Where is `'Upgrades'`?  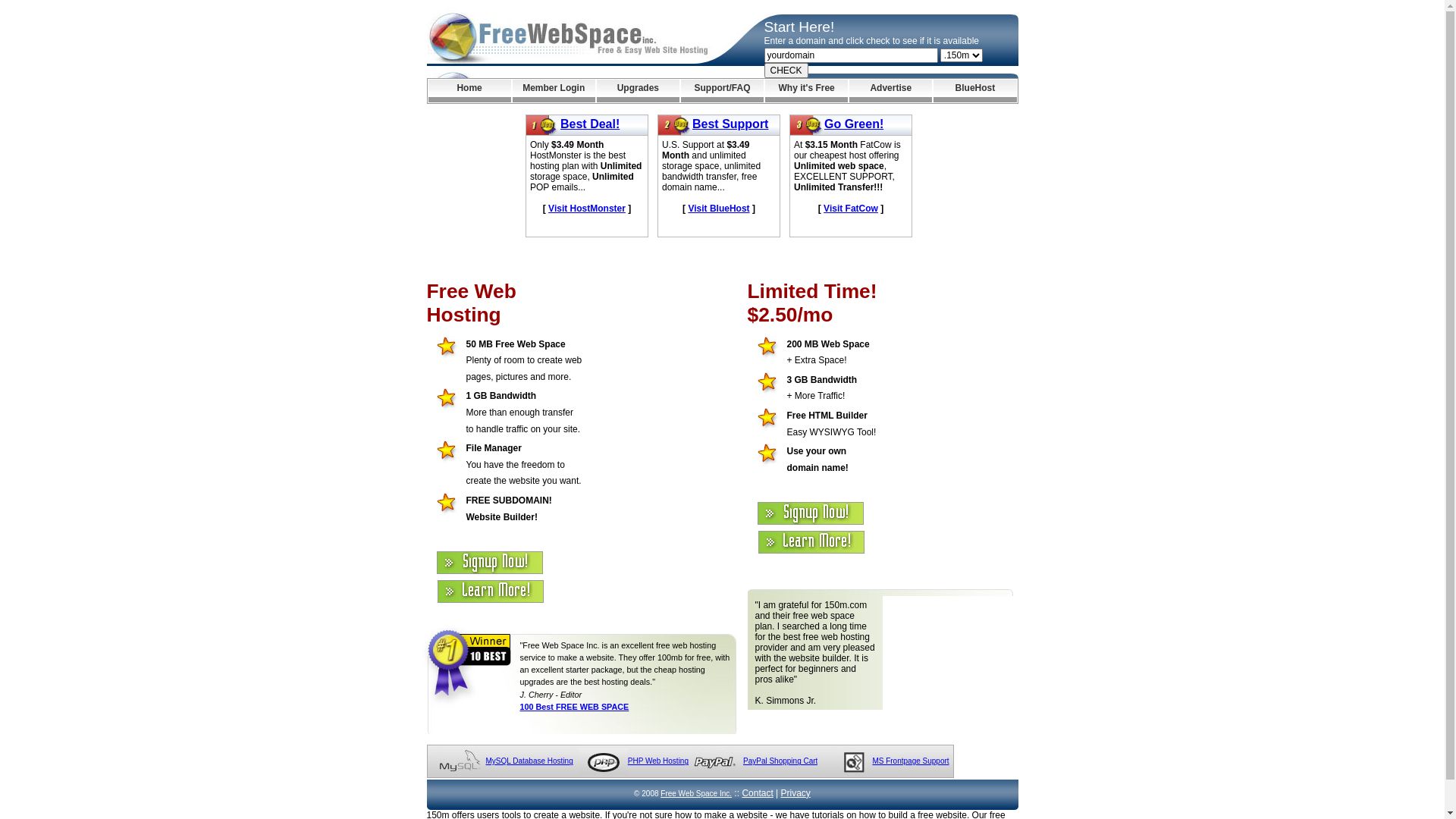
'Upgrades' is located at coordinates (638, 90).